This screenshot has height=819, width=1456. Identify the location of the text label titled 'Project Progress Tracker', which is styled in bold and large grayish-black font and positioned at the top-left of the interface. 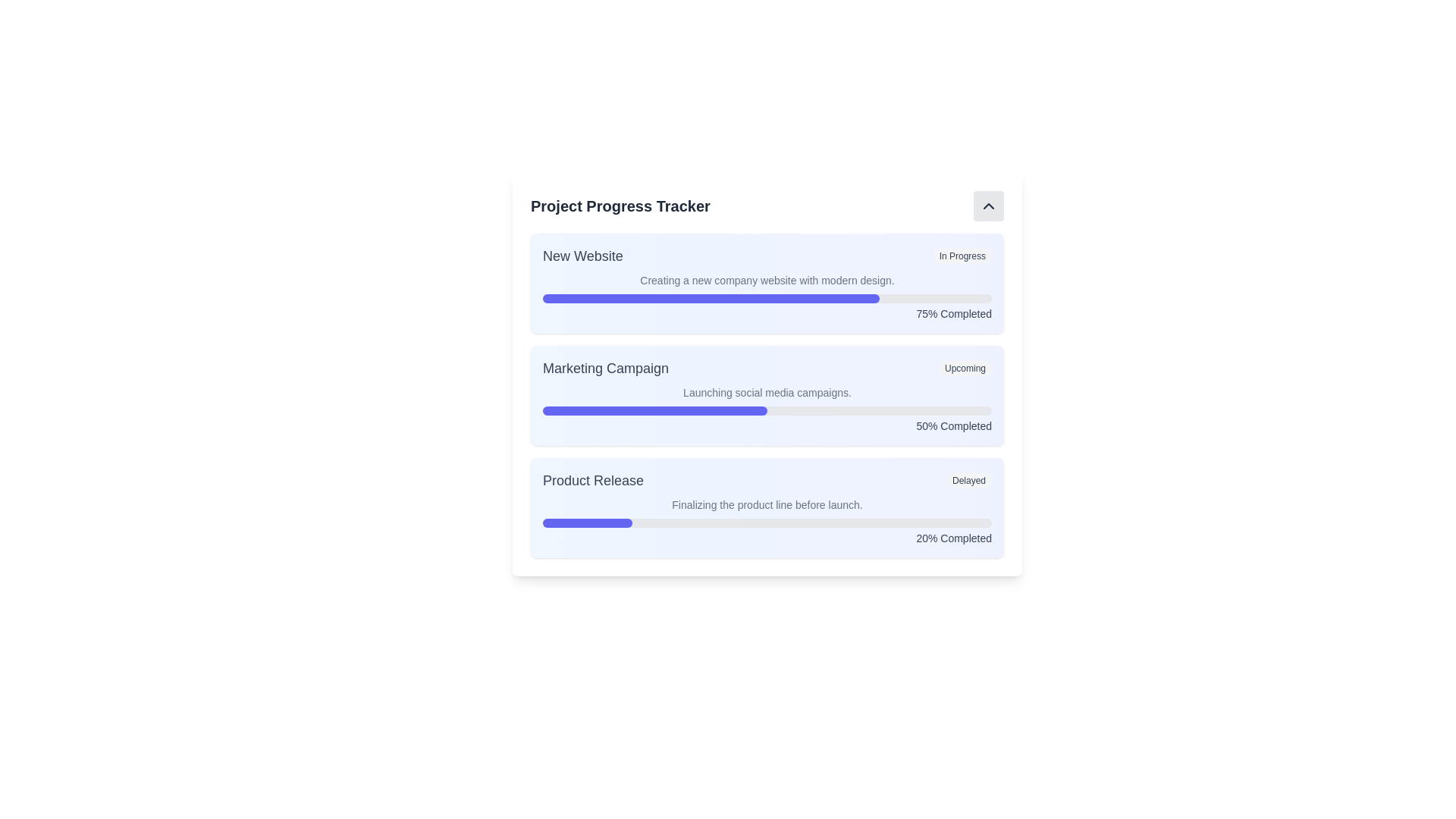
(620, 206).